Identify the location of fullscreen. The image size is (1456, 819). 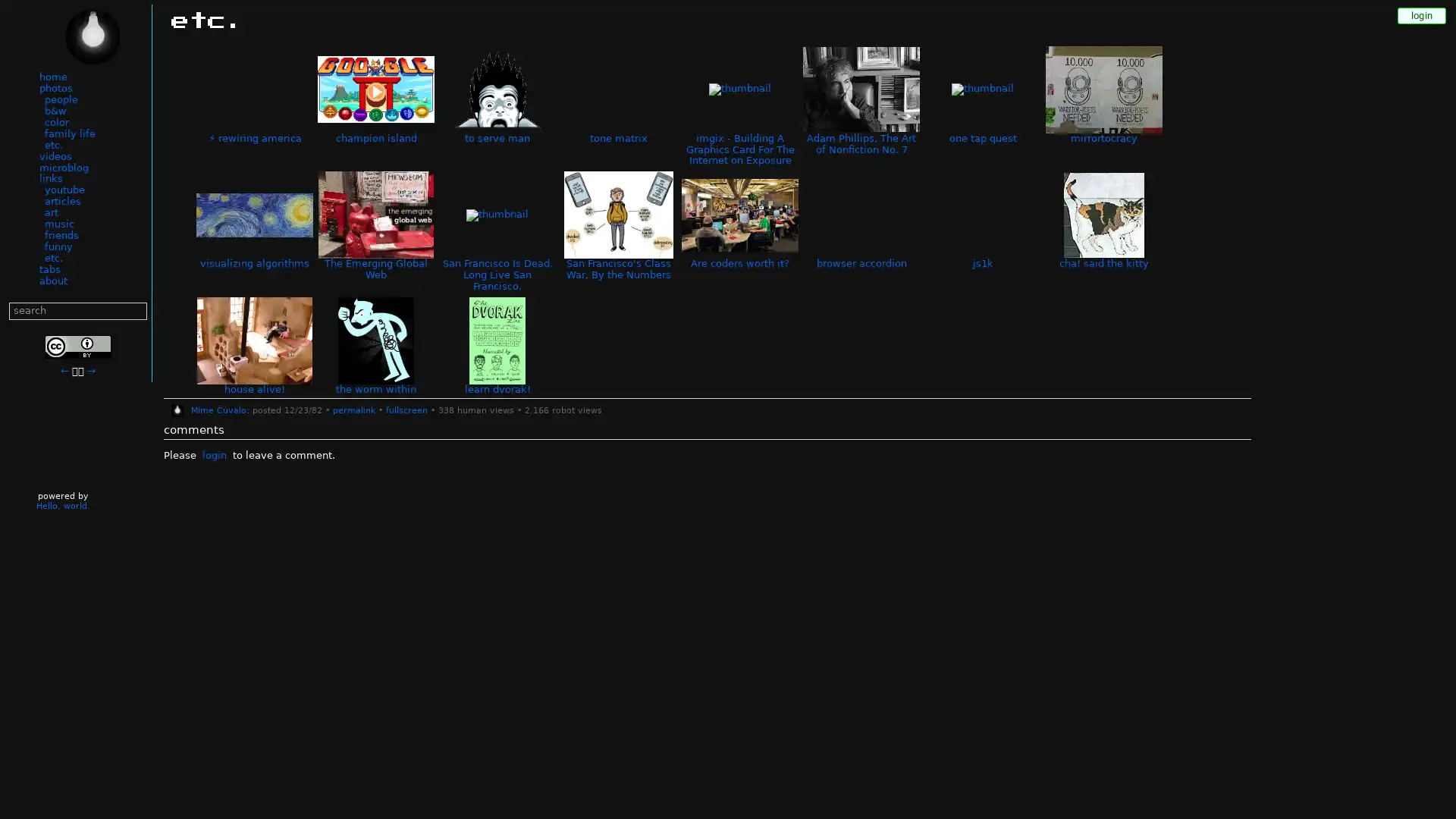
(406, 411).